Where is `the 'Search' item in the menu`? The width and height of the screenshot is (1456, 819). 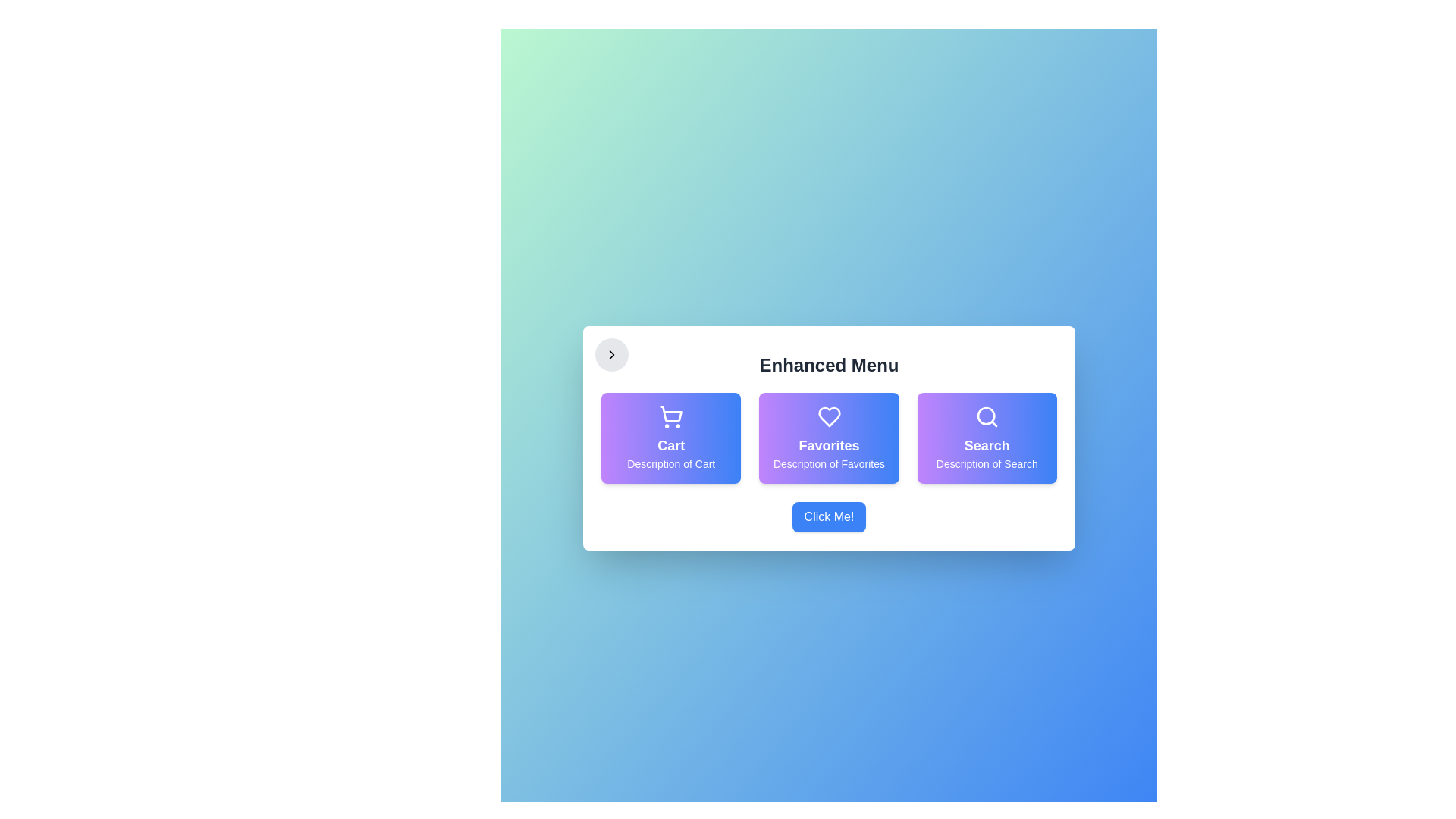
the 'Search' item in the menu is located at coordinates (987, 438).